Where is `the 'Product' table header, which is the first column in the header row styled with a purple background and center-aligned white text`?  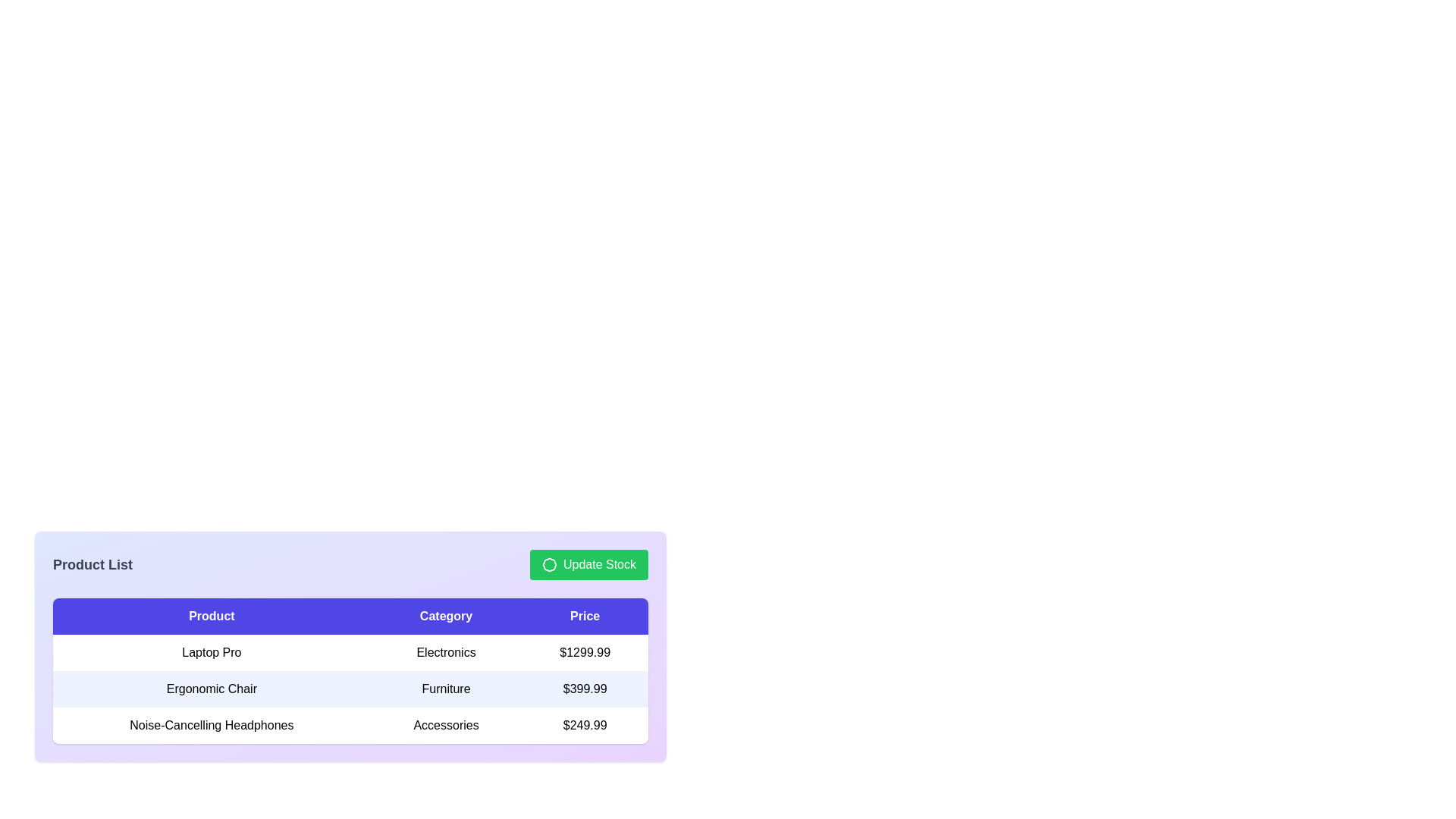 the 'Product' table header, which is the first column in the header row styled with a purple background and center-aligned white text is located at coordinates (211, 617).